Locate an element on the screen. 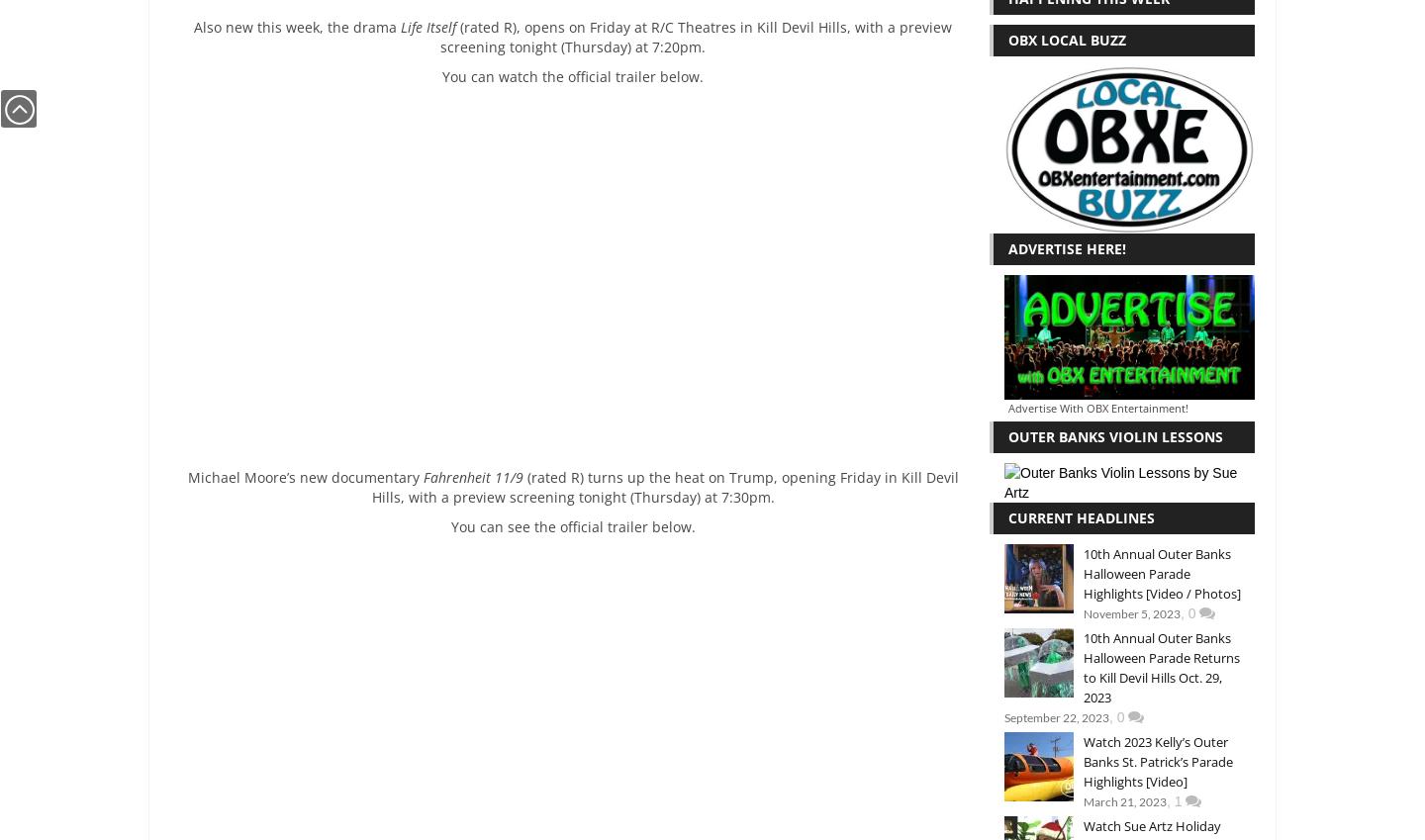 This screenshot has height=840, width=1425. '10th Annual Outer Banks Halloween Parade Highlights [Video / Photos]' is located at coordinates (1162, 572).